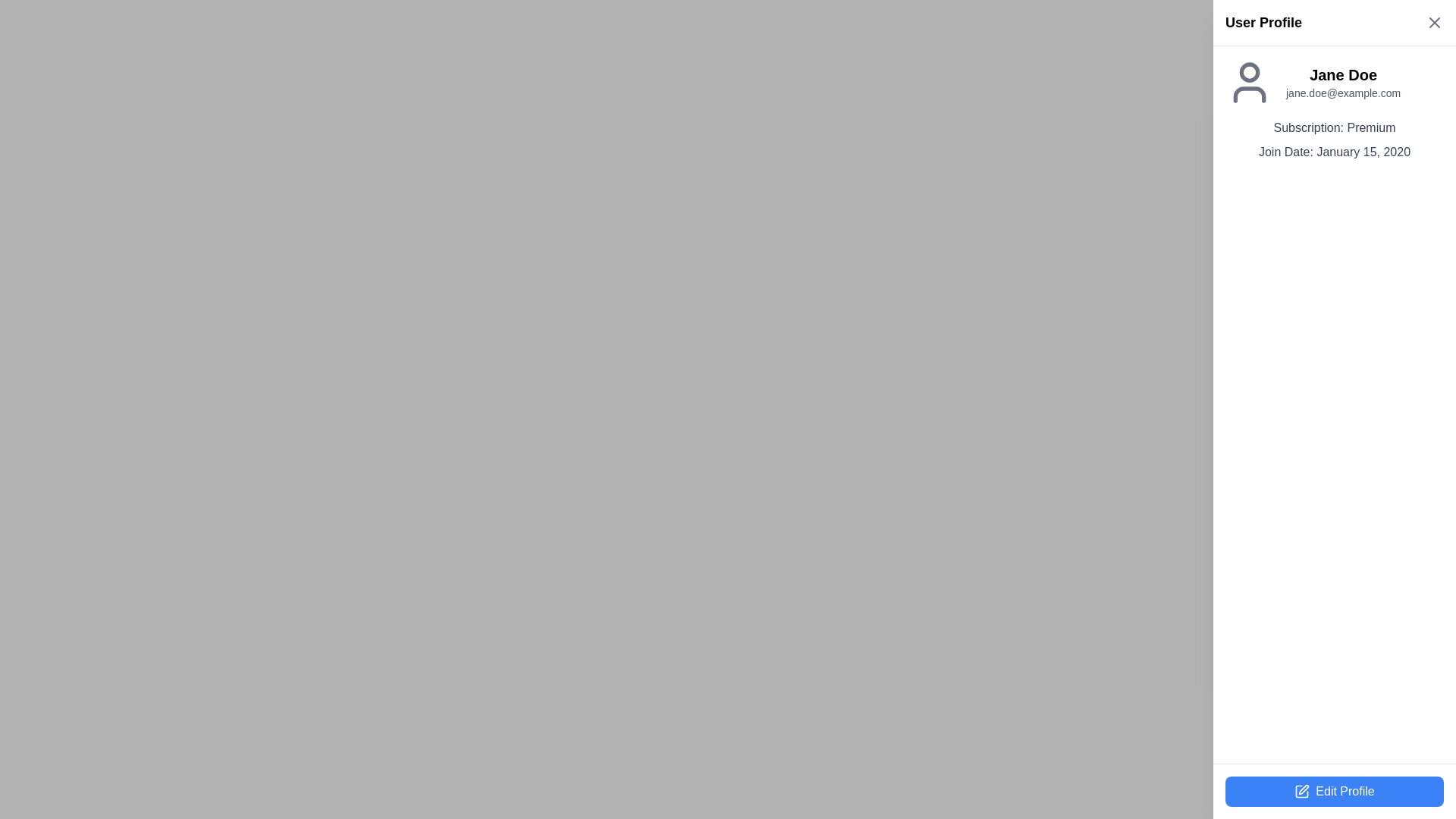 This screenshot has height=819, width=1456. What do you see at coordinates (1433, 23) in the screenshot?
I see `the close button located in the top right corner of the 'User Profile' panel` at bounding box center [1433, 23].